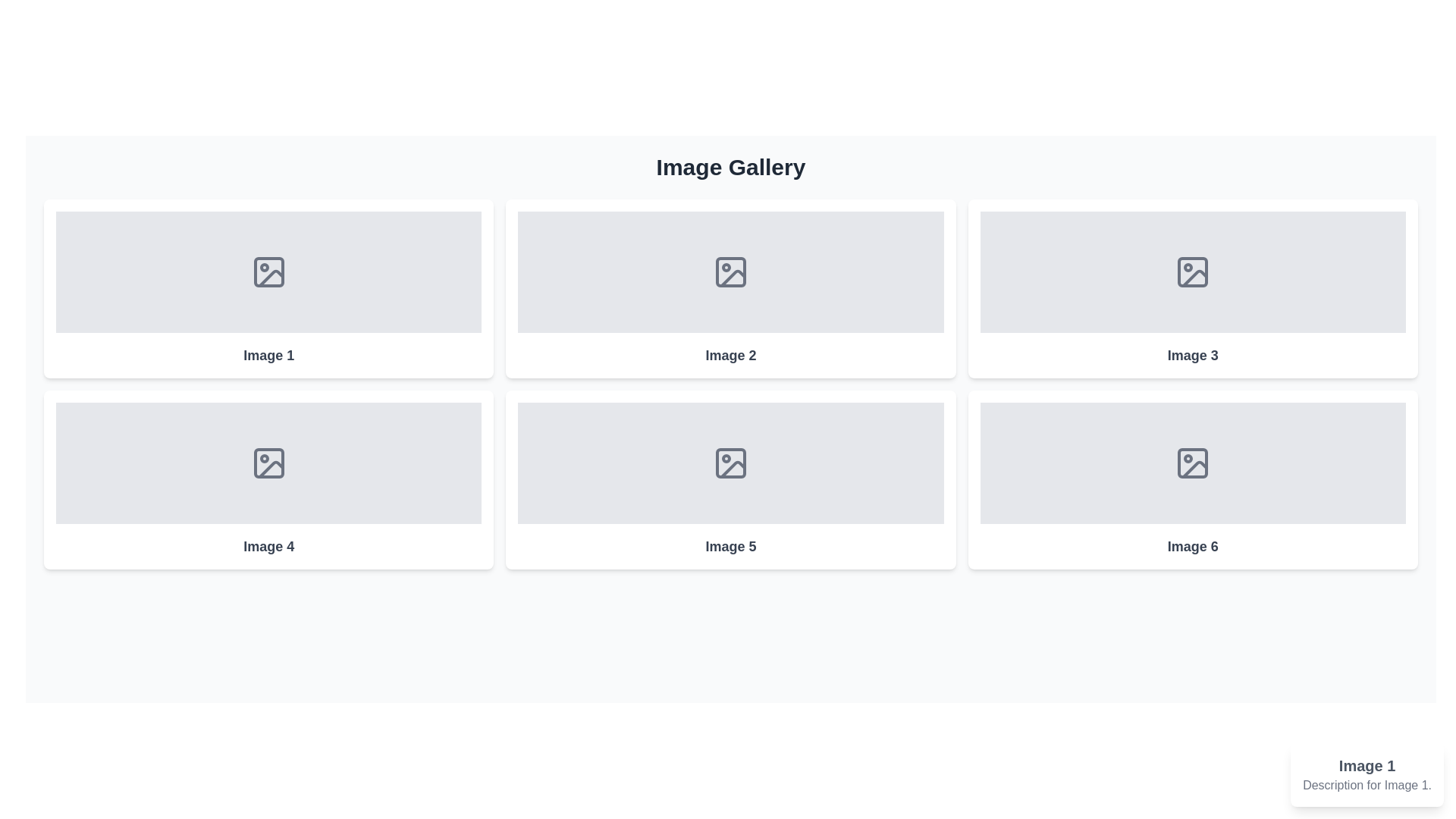 This screenshot has height=819, width=1456. I want to click on the card representing content (image placeholder) labeled 'Image 4', so click(268, 479).